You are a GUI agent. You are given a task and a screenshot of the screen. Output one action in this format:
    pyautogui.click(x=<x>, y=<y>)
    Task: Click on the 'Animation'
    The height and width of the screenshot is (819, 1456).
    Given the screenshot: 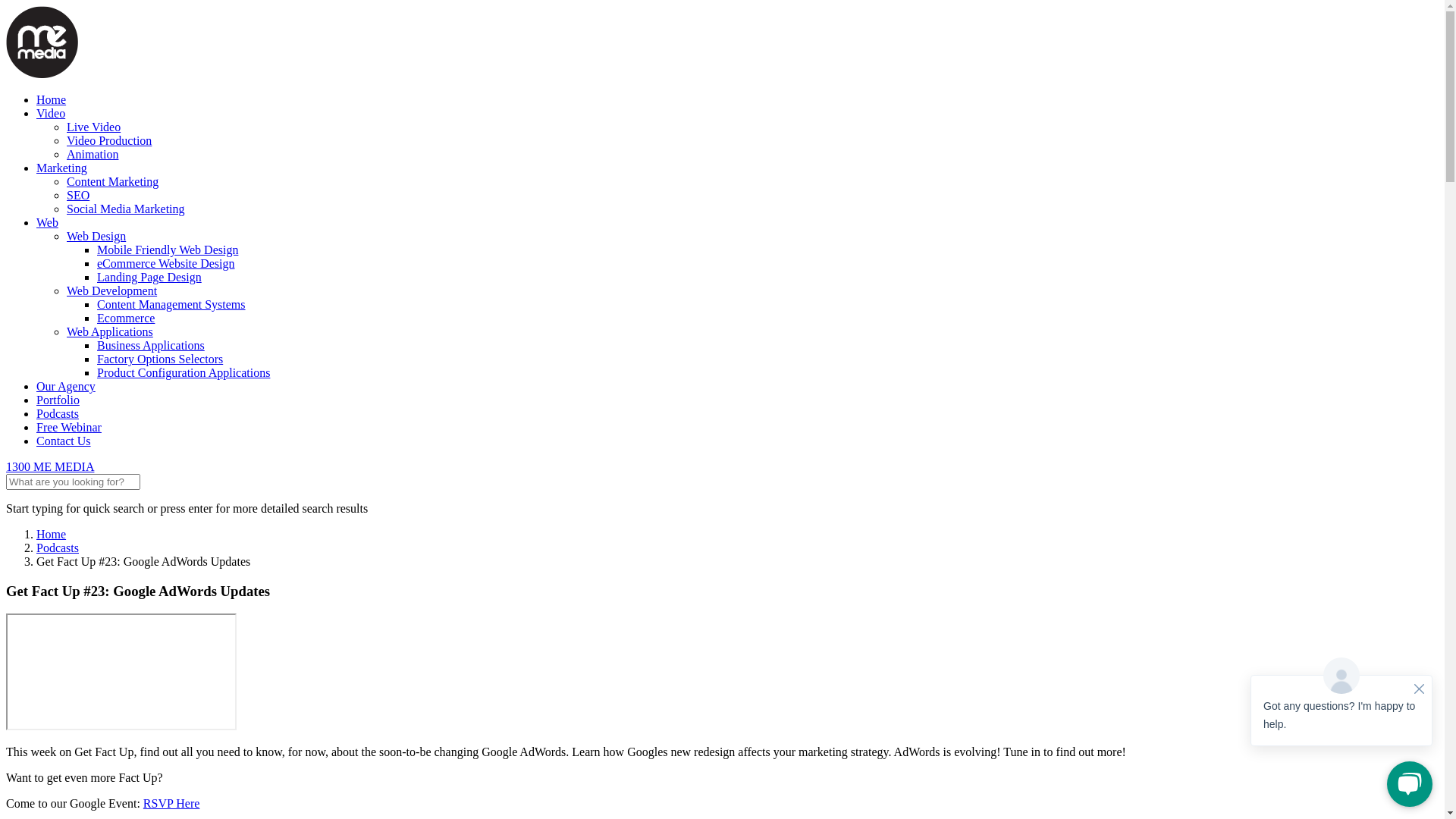 What is the action you would take?
    pyautogui.click(x=91, y=154)
    